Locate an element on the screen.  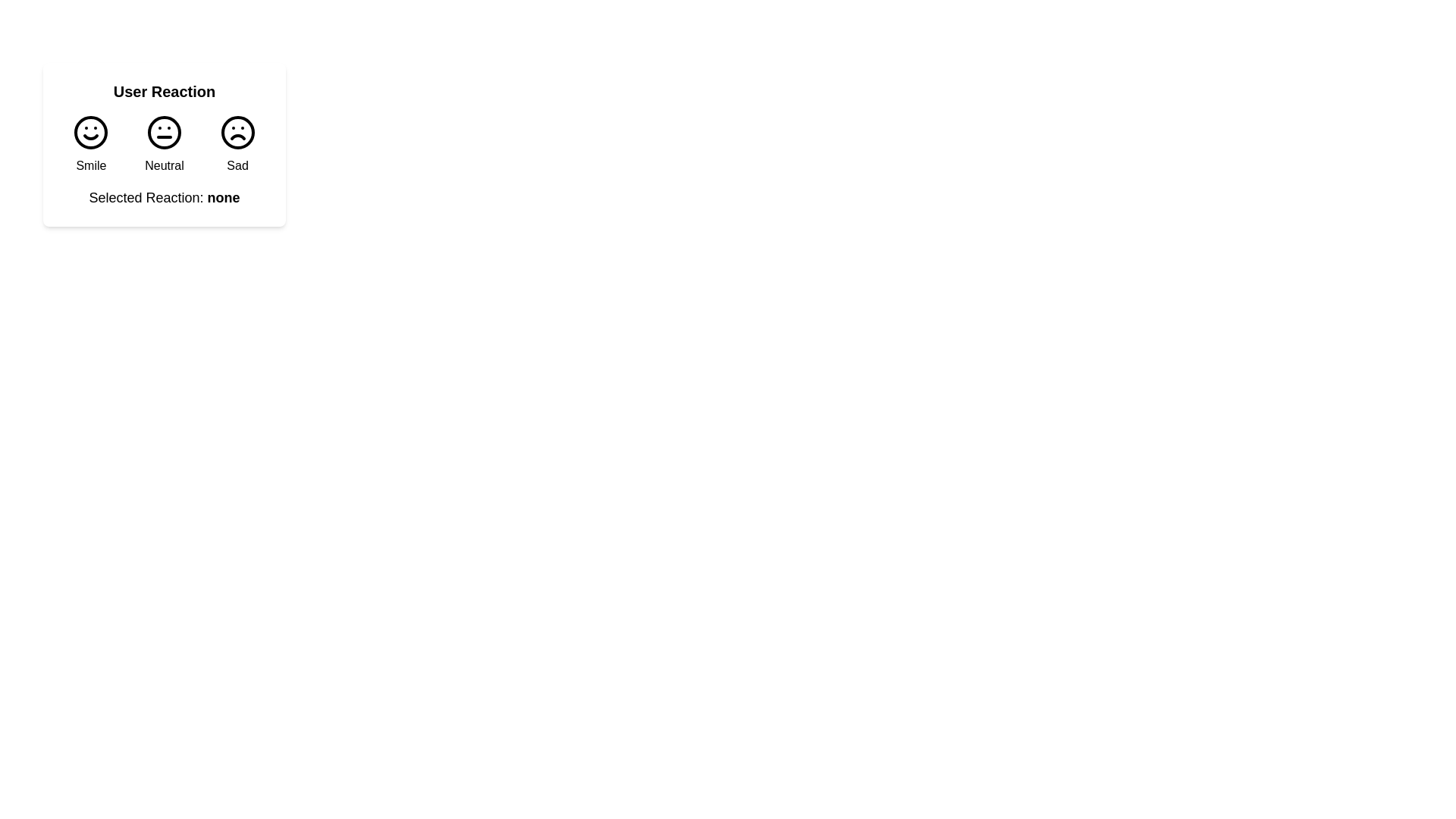
the Text Label indicating the selected user reaction, which displays the phrase 'Selected Reaction: none' with 'none' being bolded on the right side is located at coordinates (223, 197).